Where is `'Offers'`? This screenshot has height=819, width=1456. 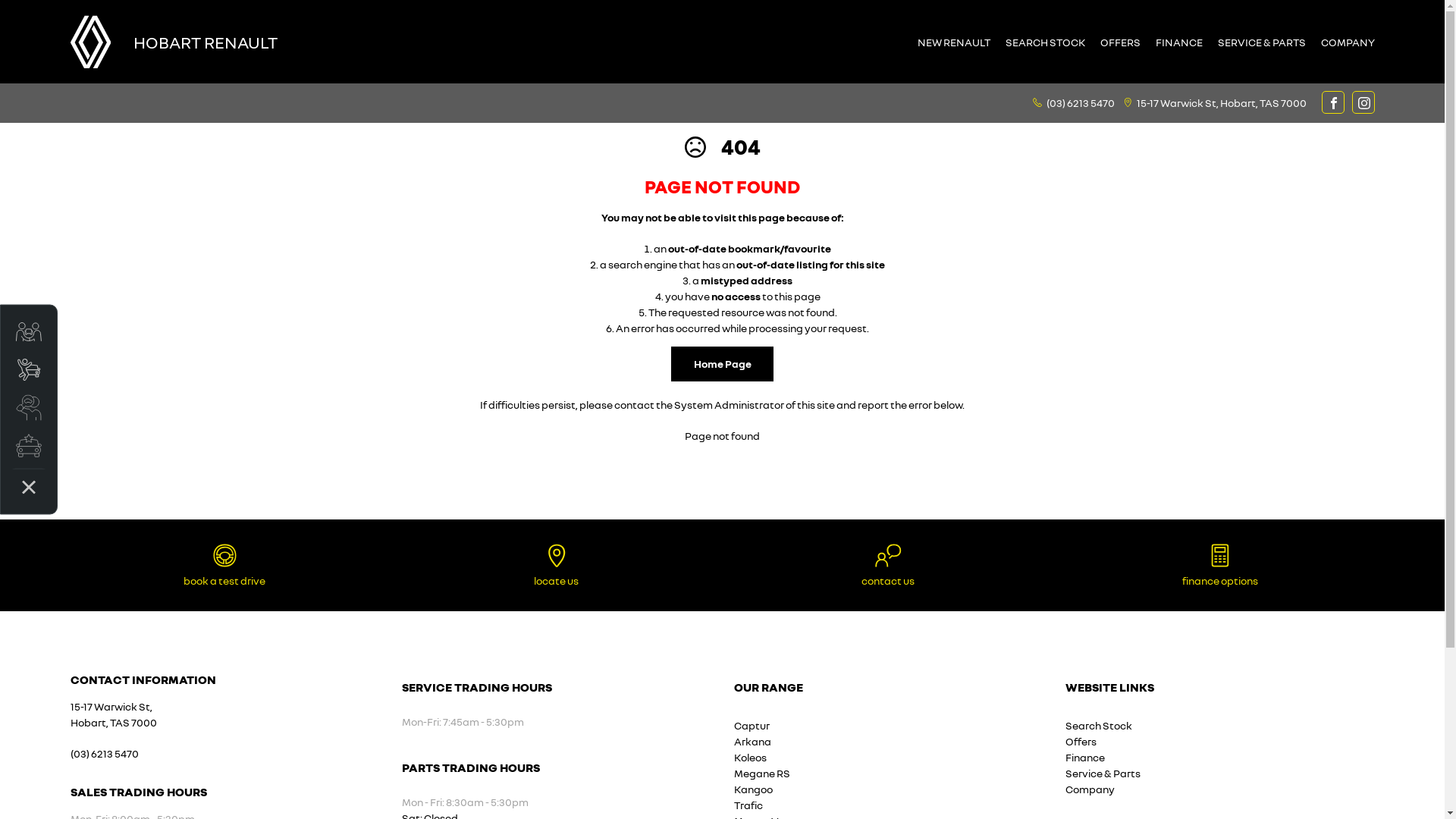
'Offers' is located at coordinates (1080, 740).